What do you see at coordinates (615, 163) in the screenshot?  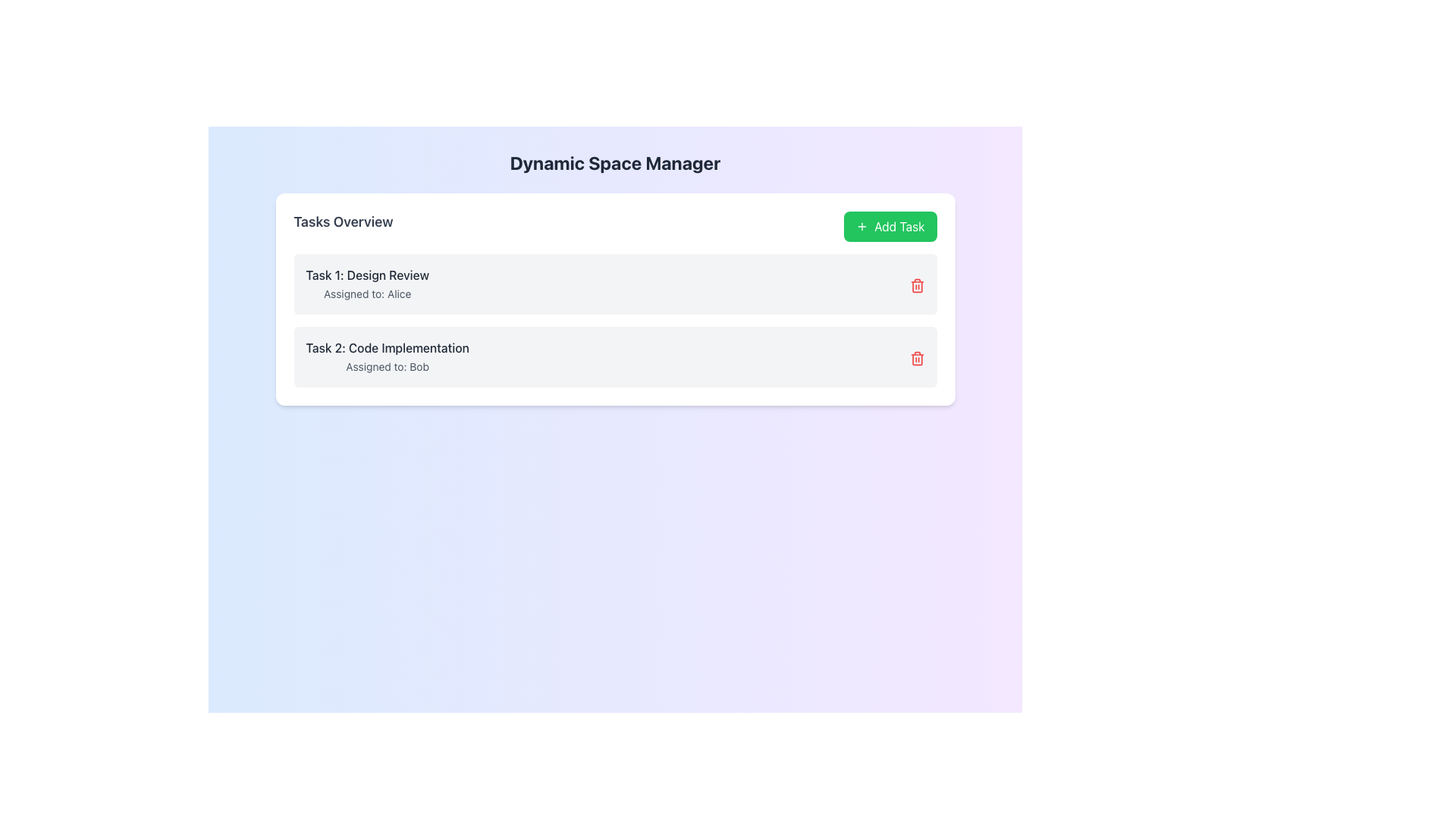 I see `title text element indicating the purpose or name of the application, located at the upper section of the interface` at bounding box center [615, 163].